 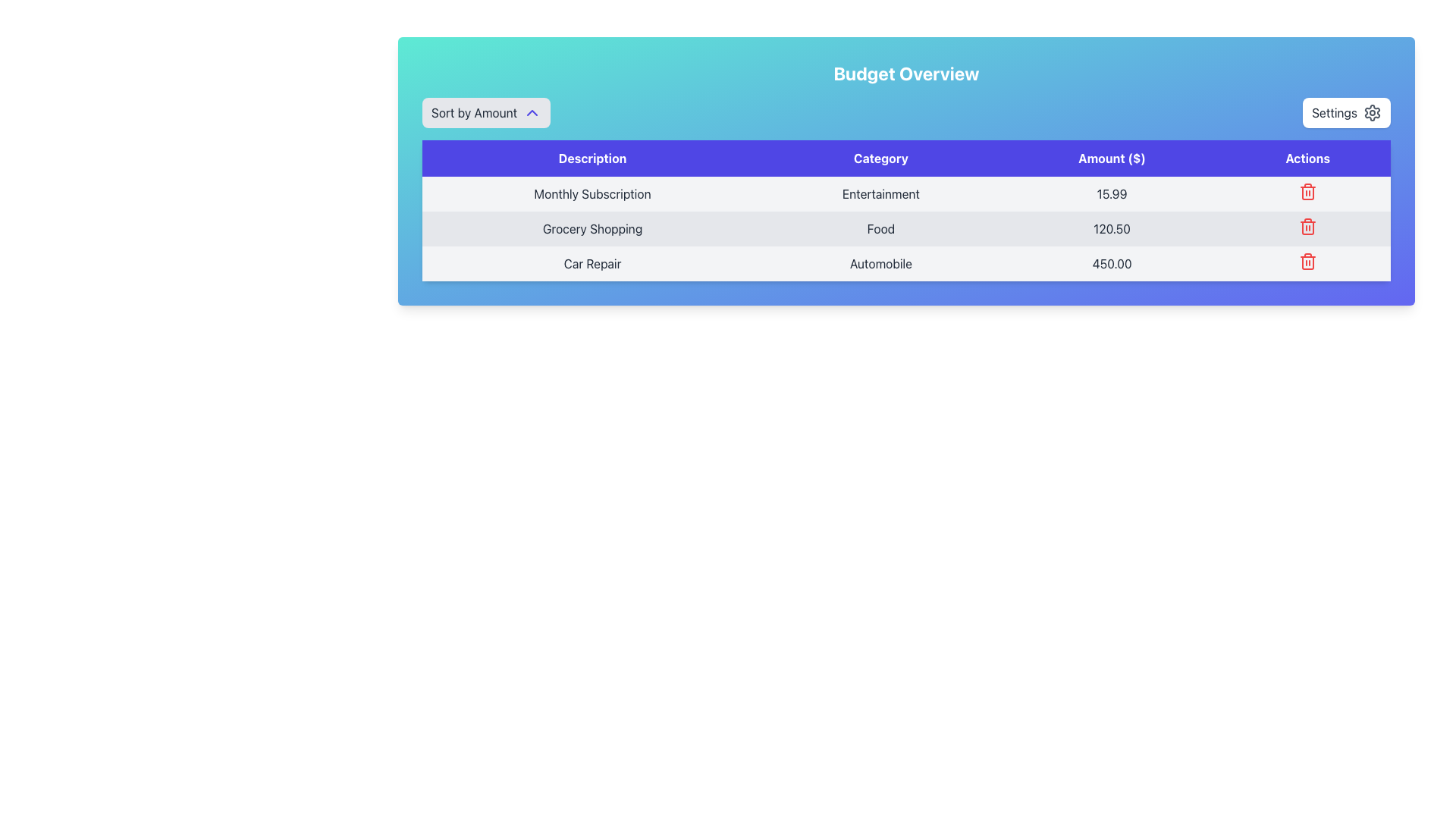 What do you see at coordinates (906, 73) in the screenshot?
I see `the standalone heading element that labels the budget data section, located near the top of the interface` at bounding box center [906, 73].